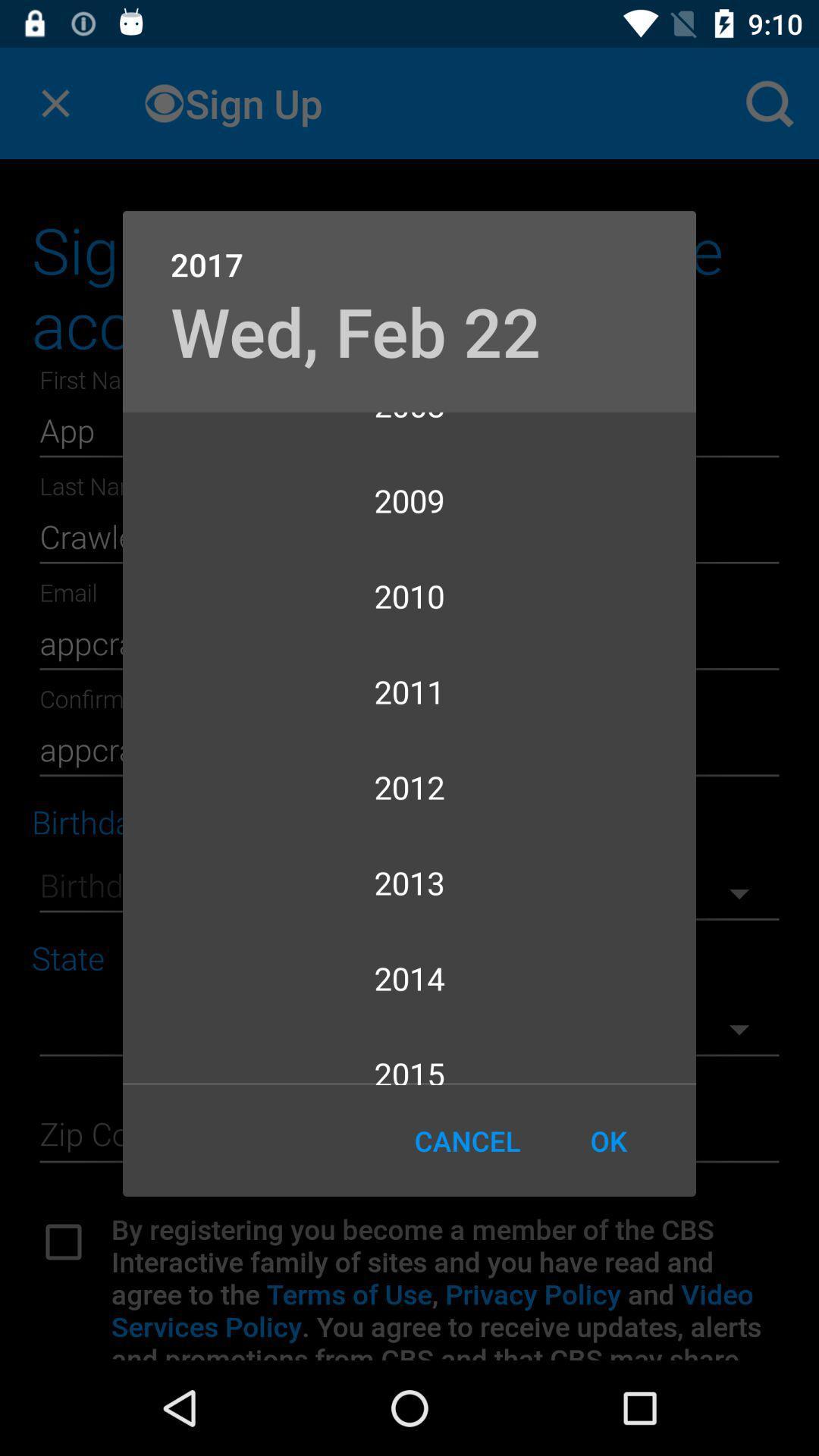 This screenshot has width=819, height=1456. I want to click on the icon above wed, feb 22 icon, so click(409, 248).